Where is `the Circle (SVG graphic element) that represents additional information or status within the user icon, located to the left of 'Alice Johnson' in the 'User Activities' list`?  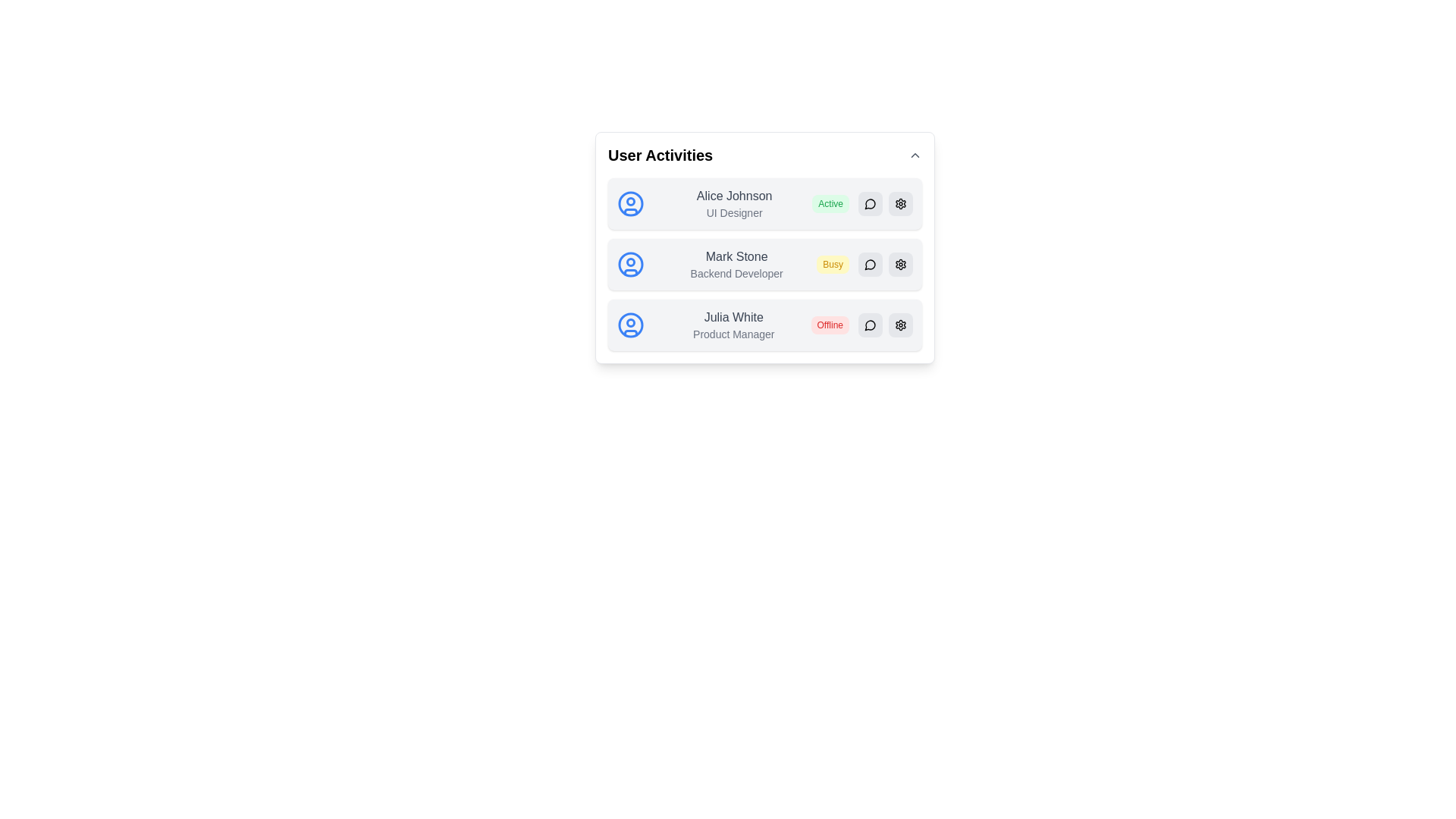 the Circle (SVG graphic element) that represents additional information or status within the user icon, located to the left of 'Alice Johnson' in the 'User Activities' list is located at coordinates (630, 201).